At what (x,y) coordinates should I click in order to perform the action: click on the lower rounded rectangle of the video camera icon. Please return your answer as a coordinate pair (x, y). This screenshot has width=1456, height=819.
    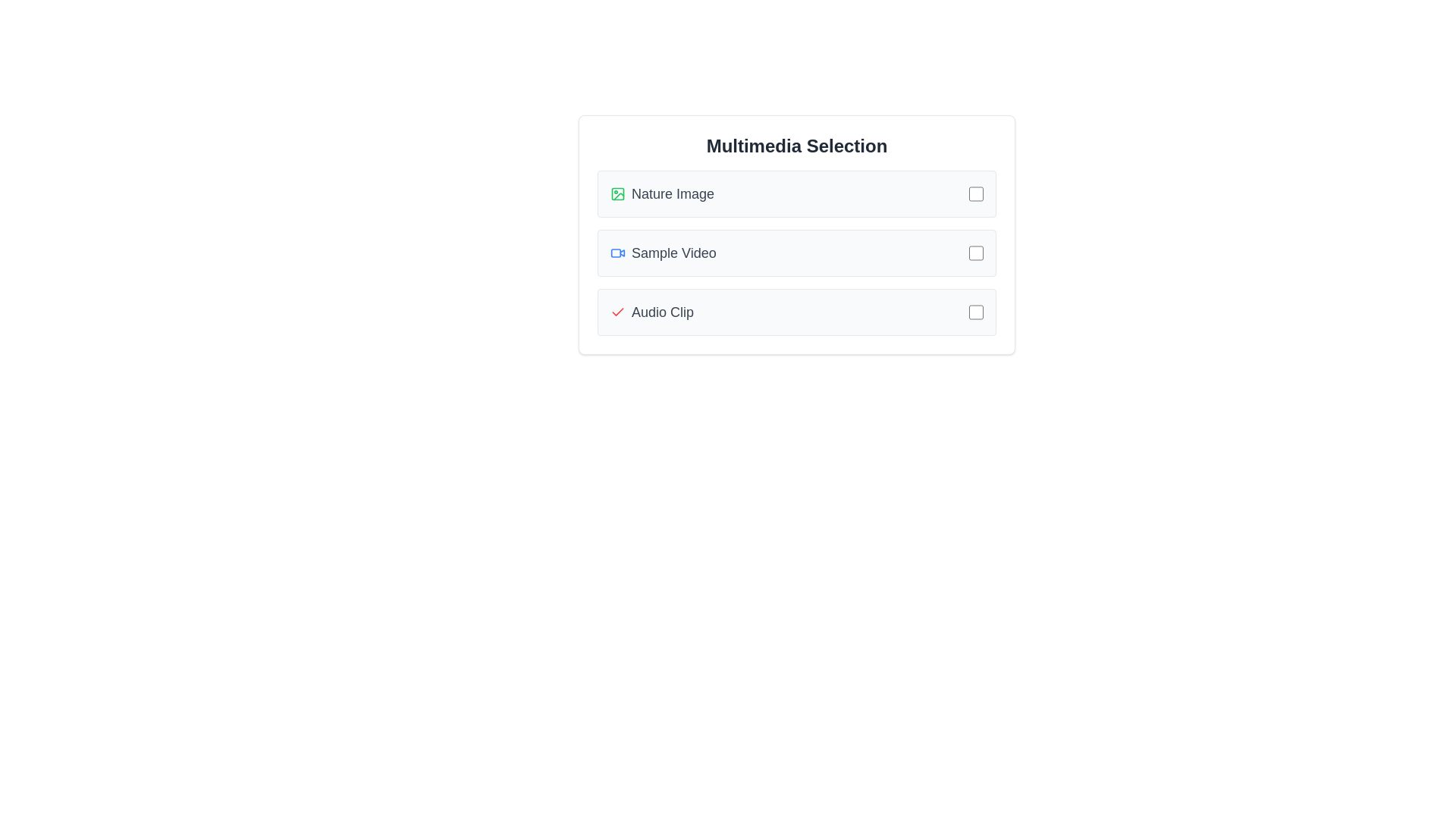
    Looking at the image, I should click on (616, 253).